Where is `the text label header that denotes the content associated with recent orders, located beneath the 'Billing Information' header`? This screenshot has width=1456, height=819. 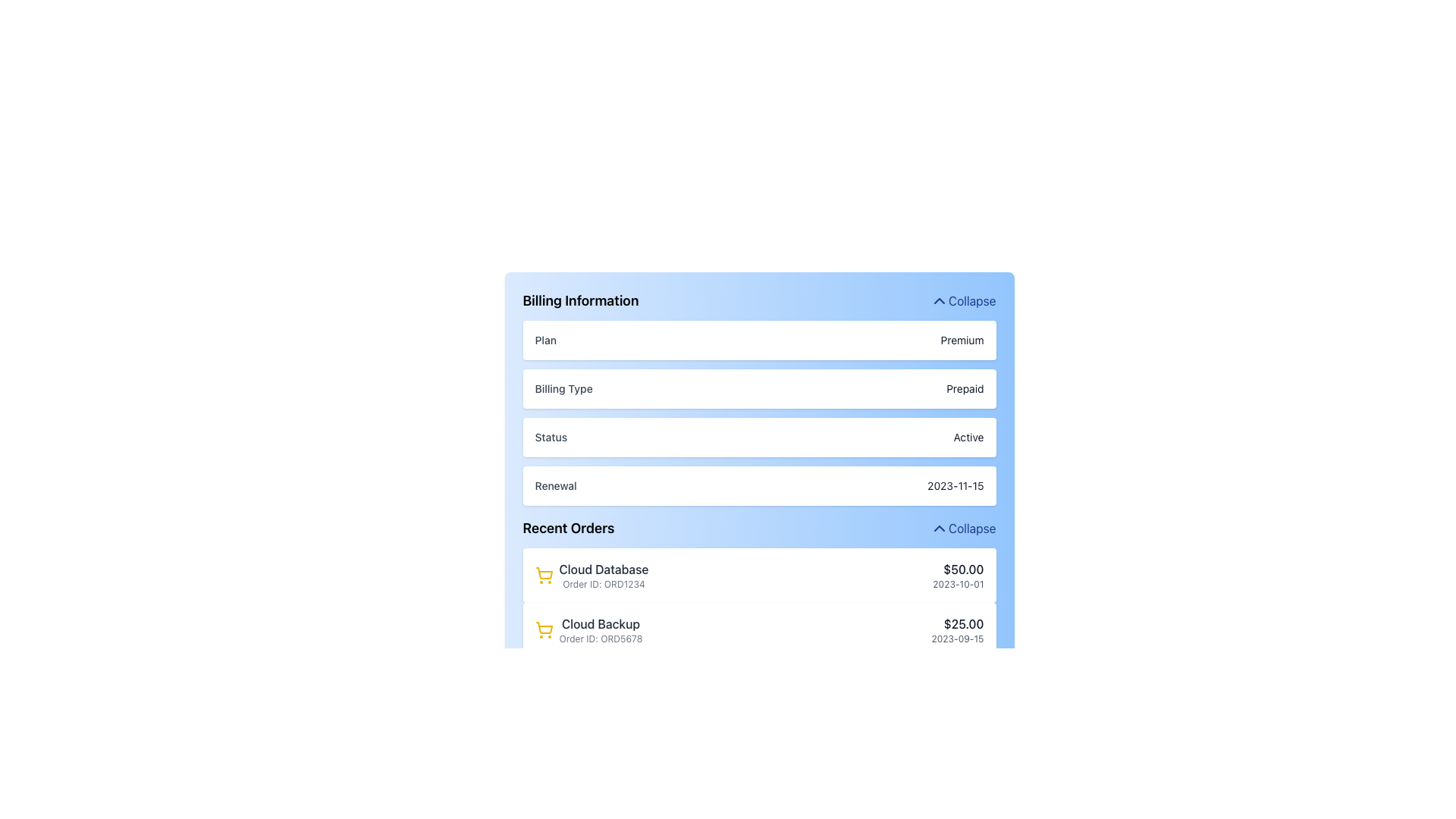 the text label header that denotes the content associated with recent orders, located beneath the 'Billing Information' header is located at coordinates (567, 528).